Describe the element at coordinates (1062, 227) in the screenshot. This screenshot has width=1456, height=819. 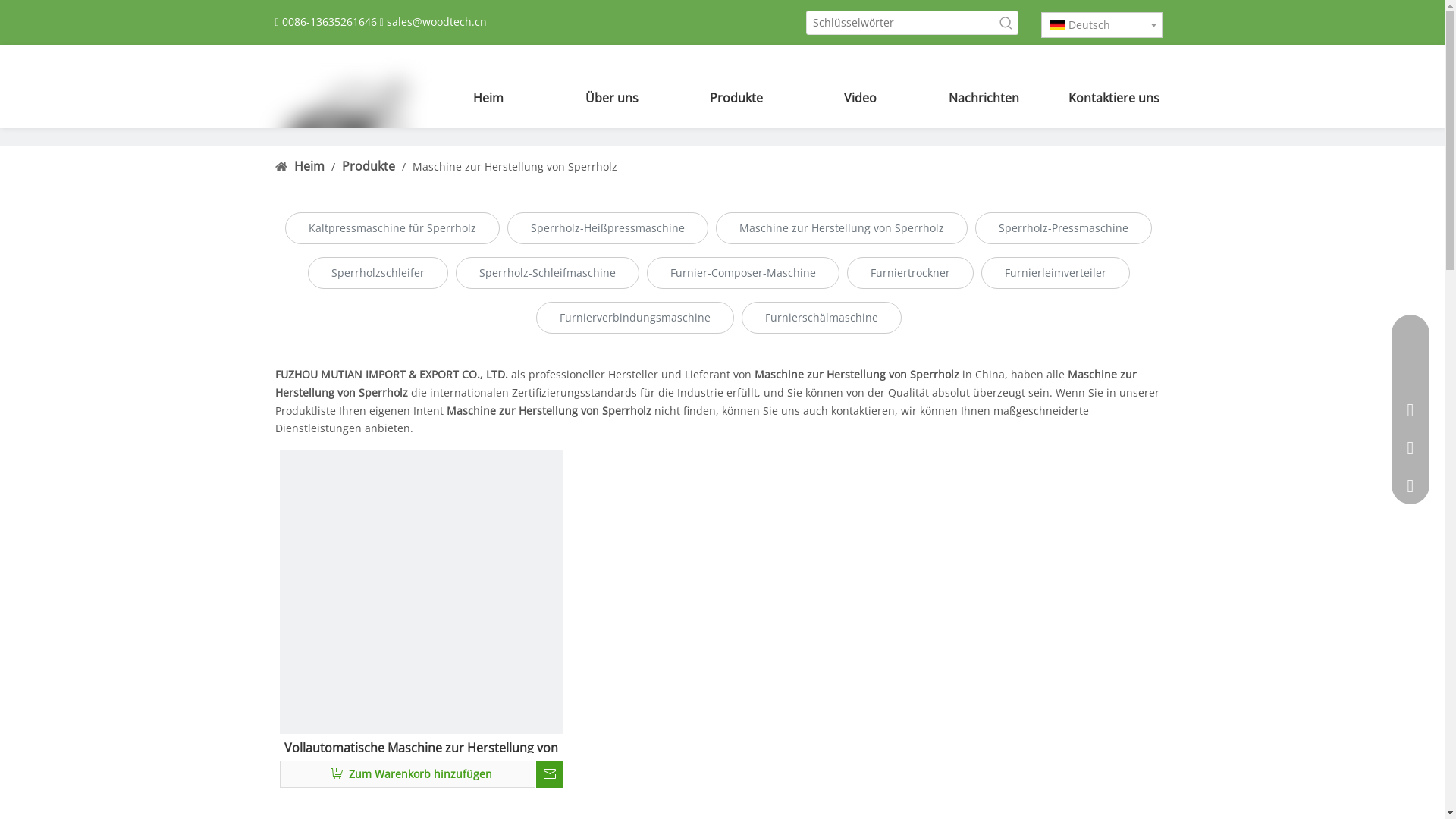
I see `'Sperrholz-Pressmaschine'` at that location.